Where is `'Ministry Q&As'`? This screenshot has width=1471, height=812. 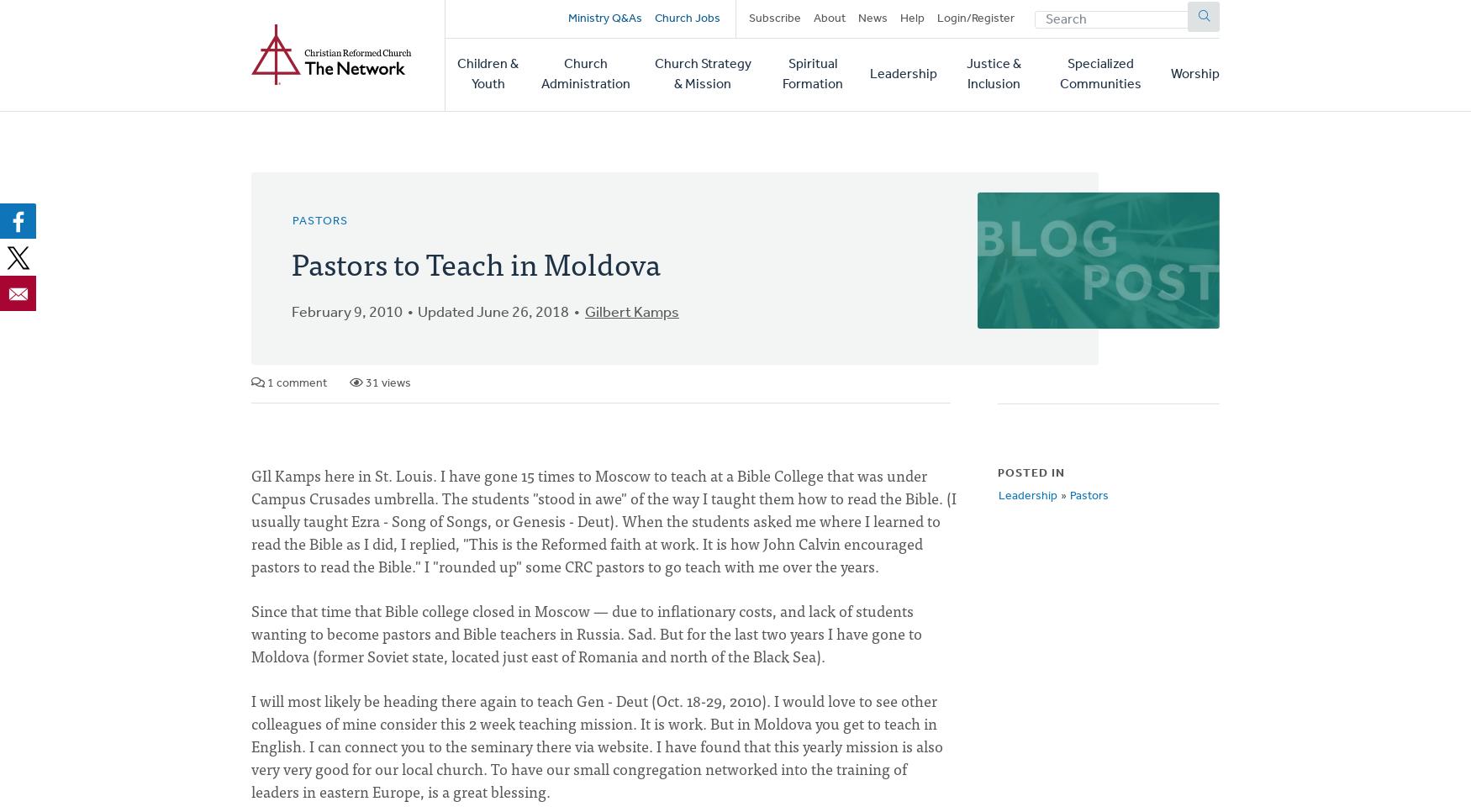 'Ministry Q&As' is located at coordinates (566, 18).